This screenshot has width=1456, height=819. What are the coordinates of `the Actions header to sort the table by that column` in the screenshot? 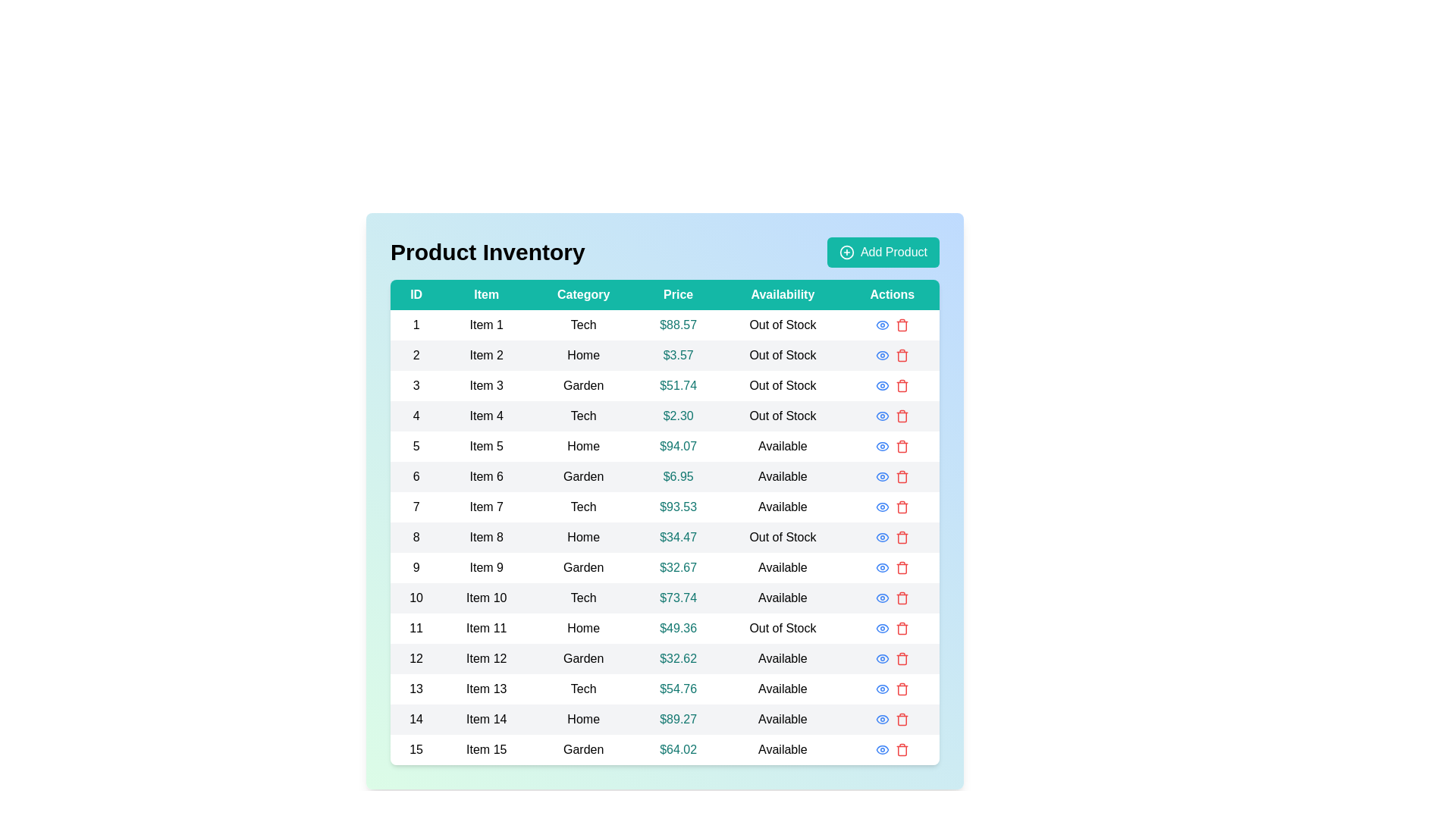 It's located at (892, 295).